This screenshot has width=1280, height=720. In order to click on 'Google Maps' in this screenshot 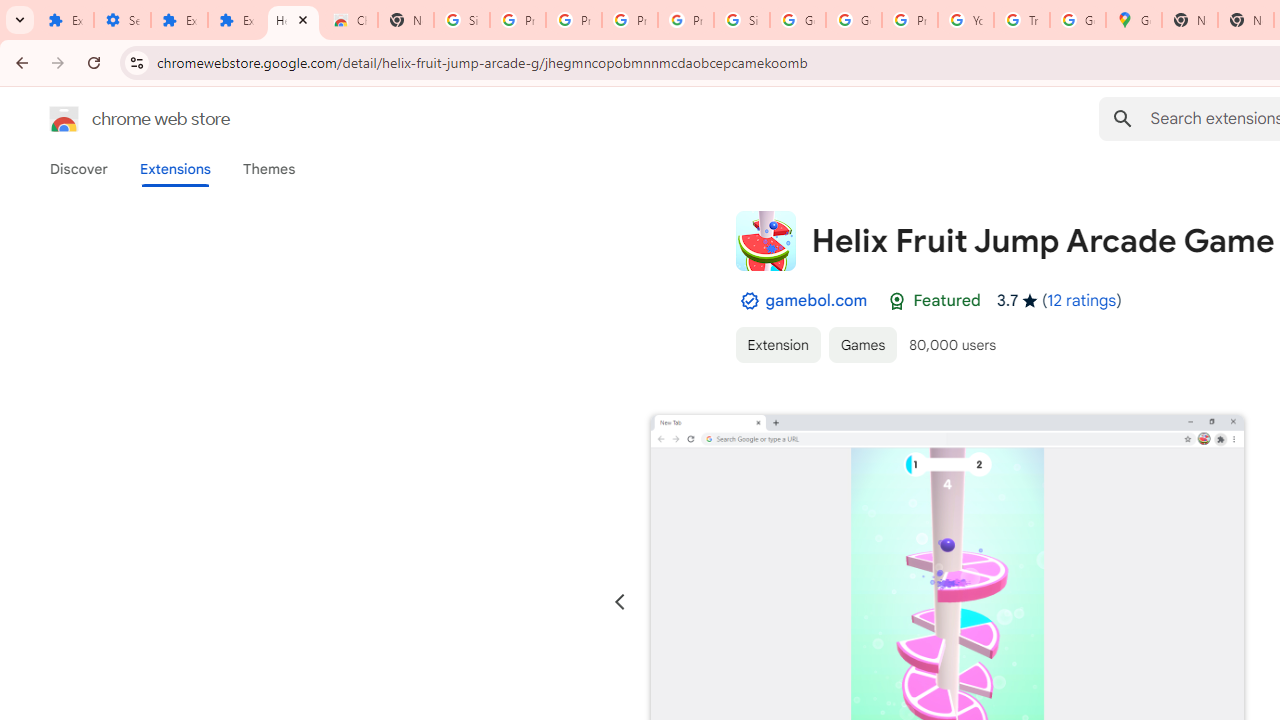, I will do `click(1134, 20)`.